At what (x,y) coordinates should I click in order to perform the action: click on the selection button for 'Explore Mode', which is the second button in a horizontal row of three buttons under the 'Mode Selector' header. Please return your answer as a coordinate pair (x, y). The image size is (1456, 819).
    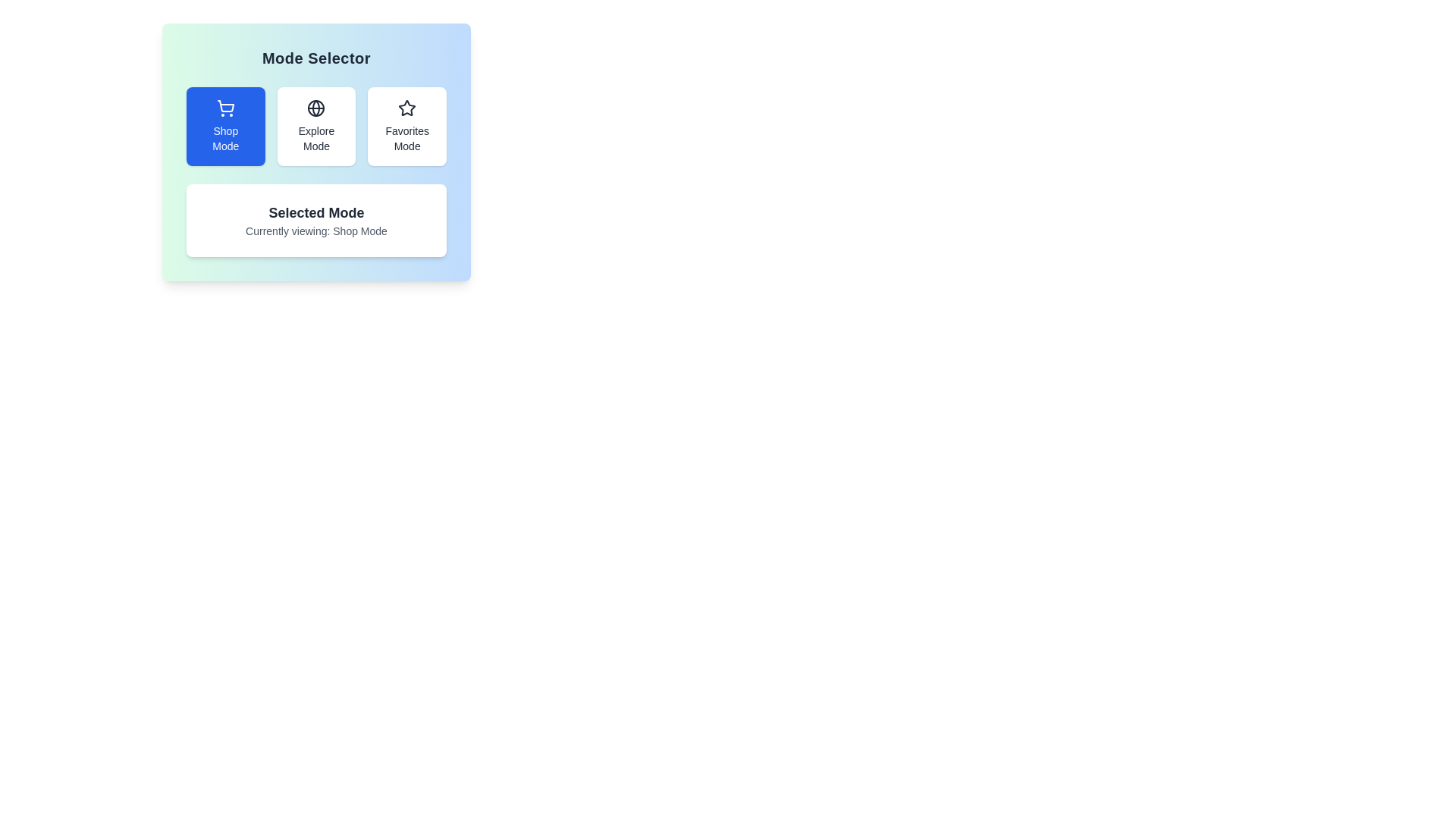
    Looking at the image, I should click on (315, 125).